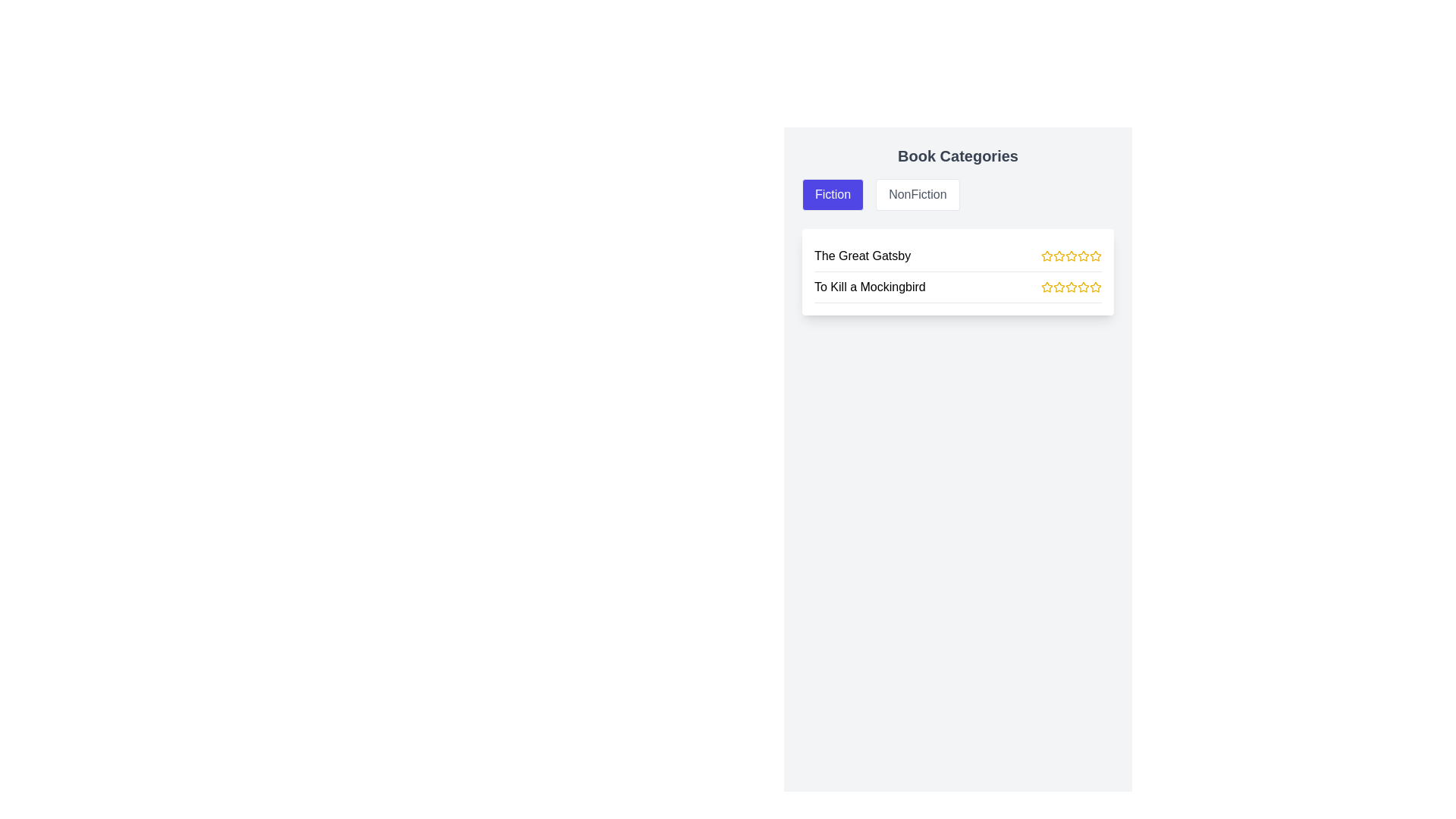 This screenshot has width=1456, height=819. What do you see at coordinates (1058, 256) in the screenshot?
I see `the third star icon in the rating system for 'The Great Gatsby'` at bounding box center [1058, 256].